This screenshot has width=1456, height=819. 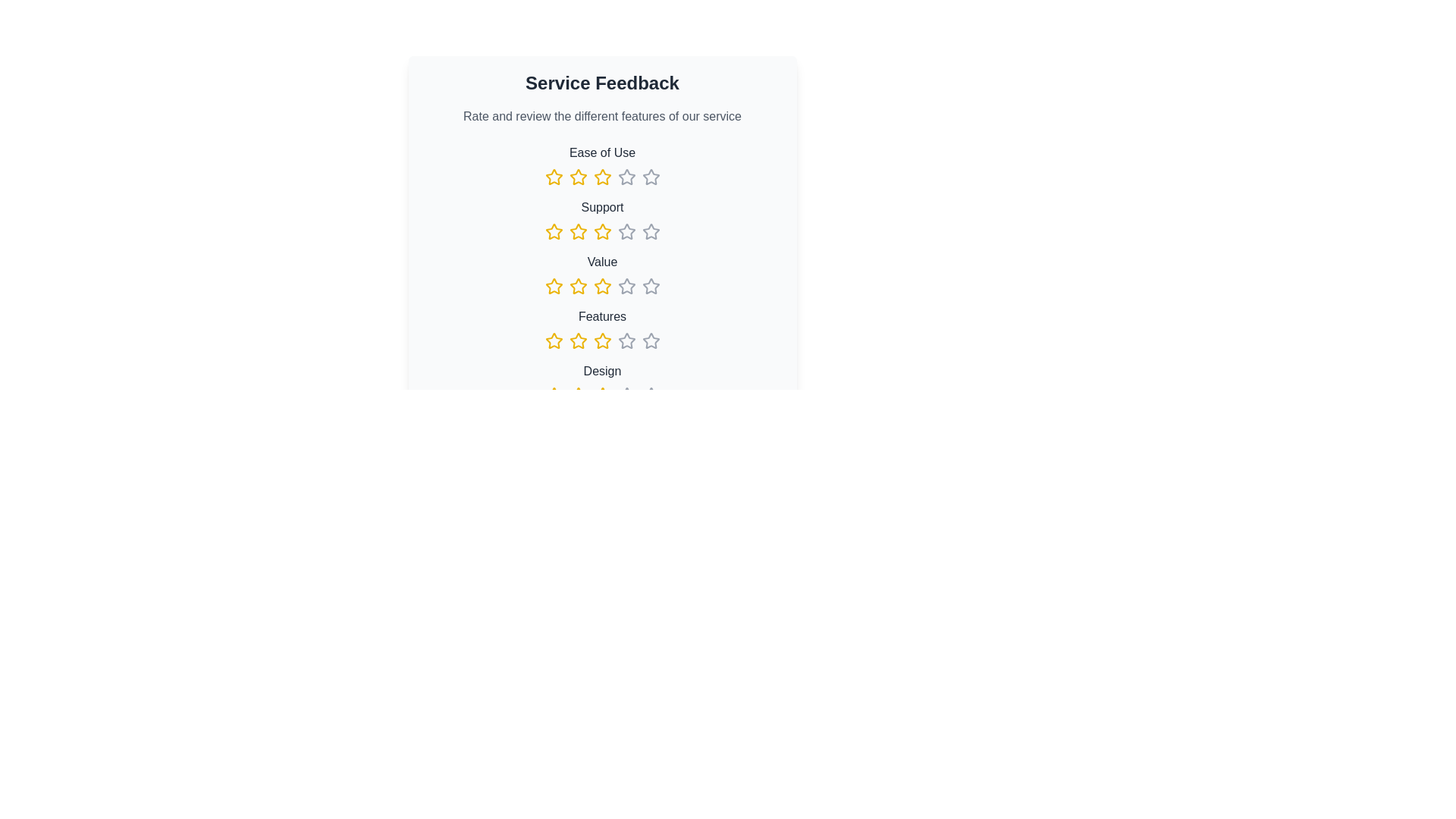 What do you see at coordinates (601, 286) in the screenshot?
I see `the third star` at bounding box center [601, 286].